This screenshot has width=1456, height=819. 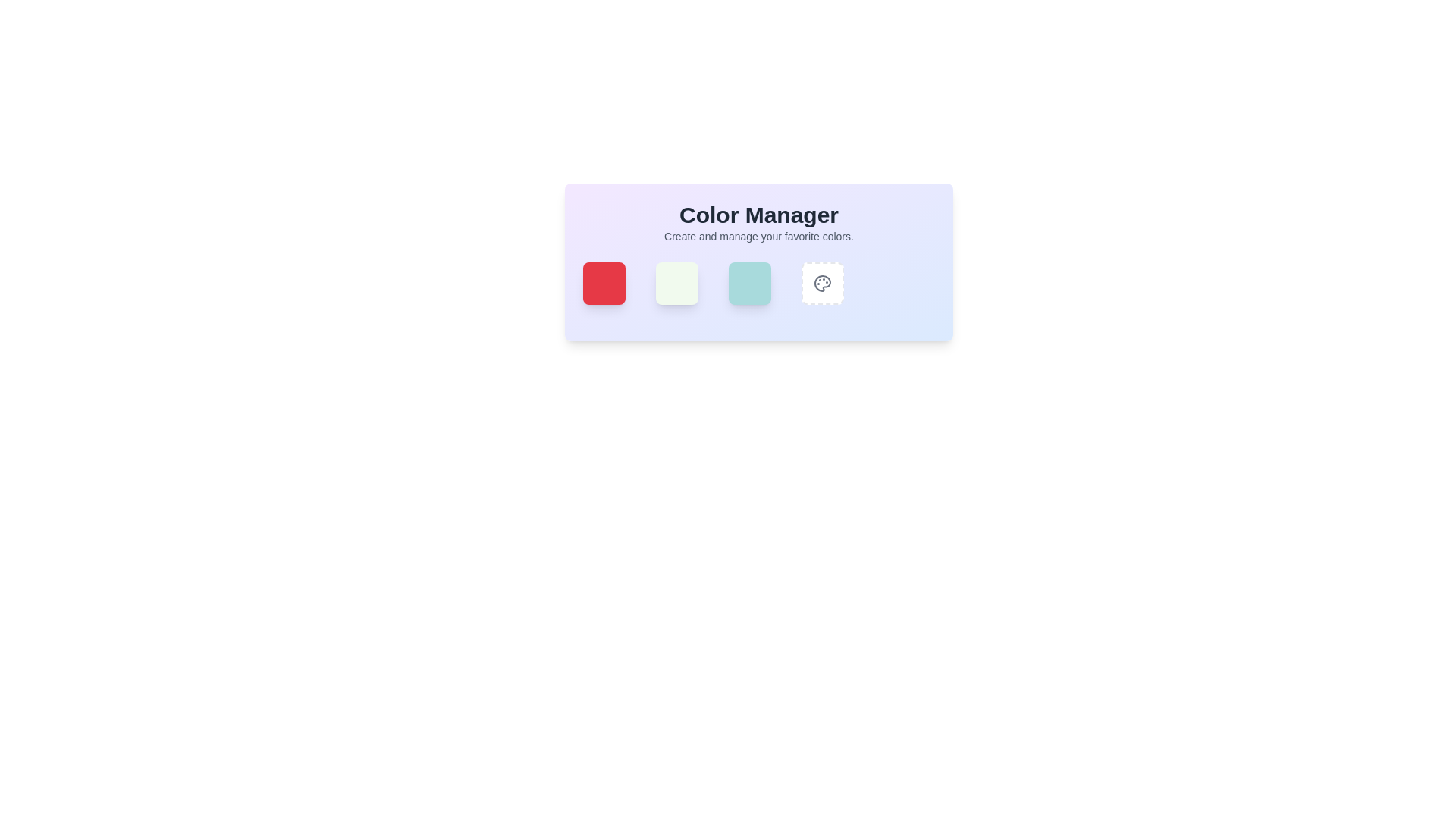 What do you see at coordinates (749, 284) in the screenshot?
I see `the selectable light blue color tile, which is the third item in a grid of five items` at bounding box center [749, 284].